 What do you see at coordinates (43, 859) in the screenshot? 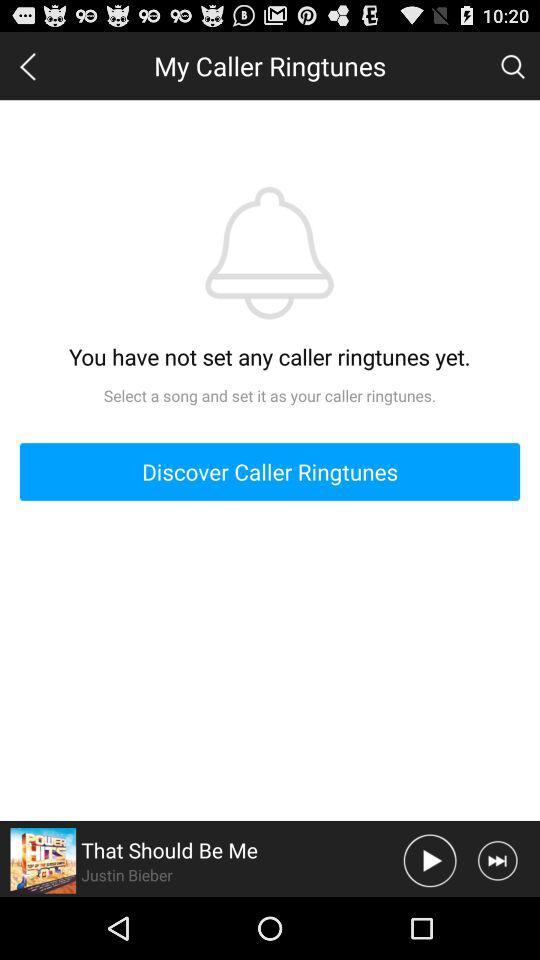
I see `click album cover` at bounding box center [43, 859].